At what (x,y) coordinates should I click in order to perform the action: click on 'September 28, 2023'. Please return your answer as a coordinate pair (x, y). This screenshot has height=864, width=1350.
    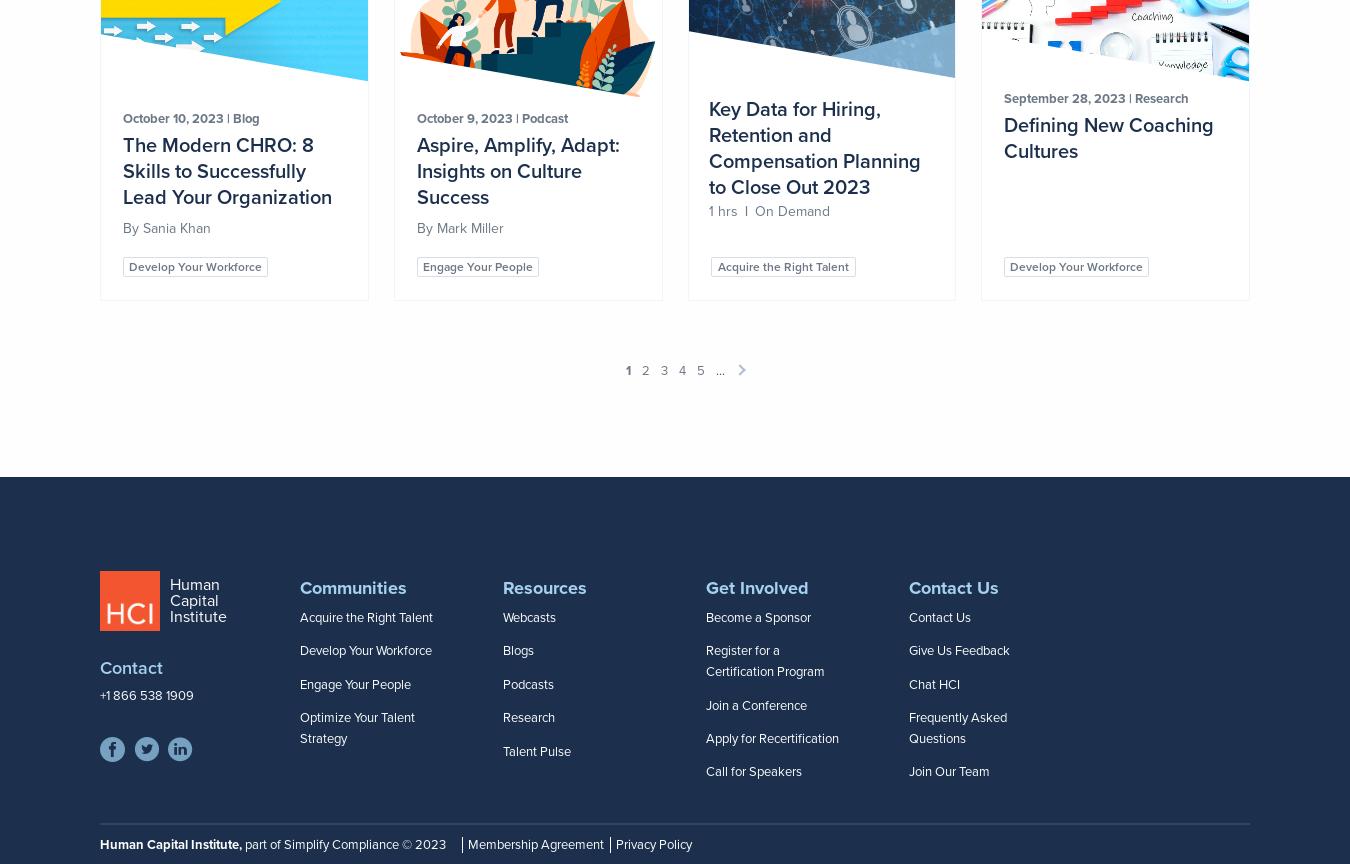
    Looking at the image, I should click on (1065, 97).